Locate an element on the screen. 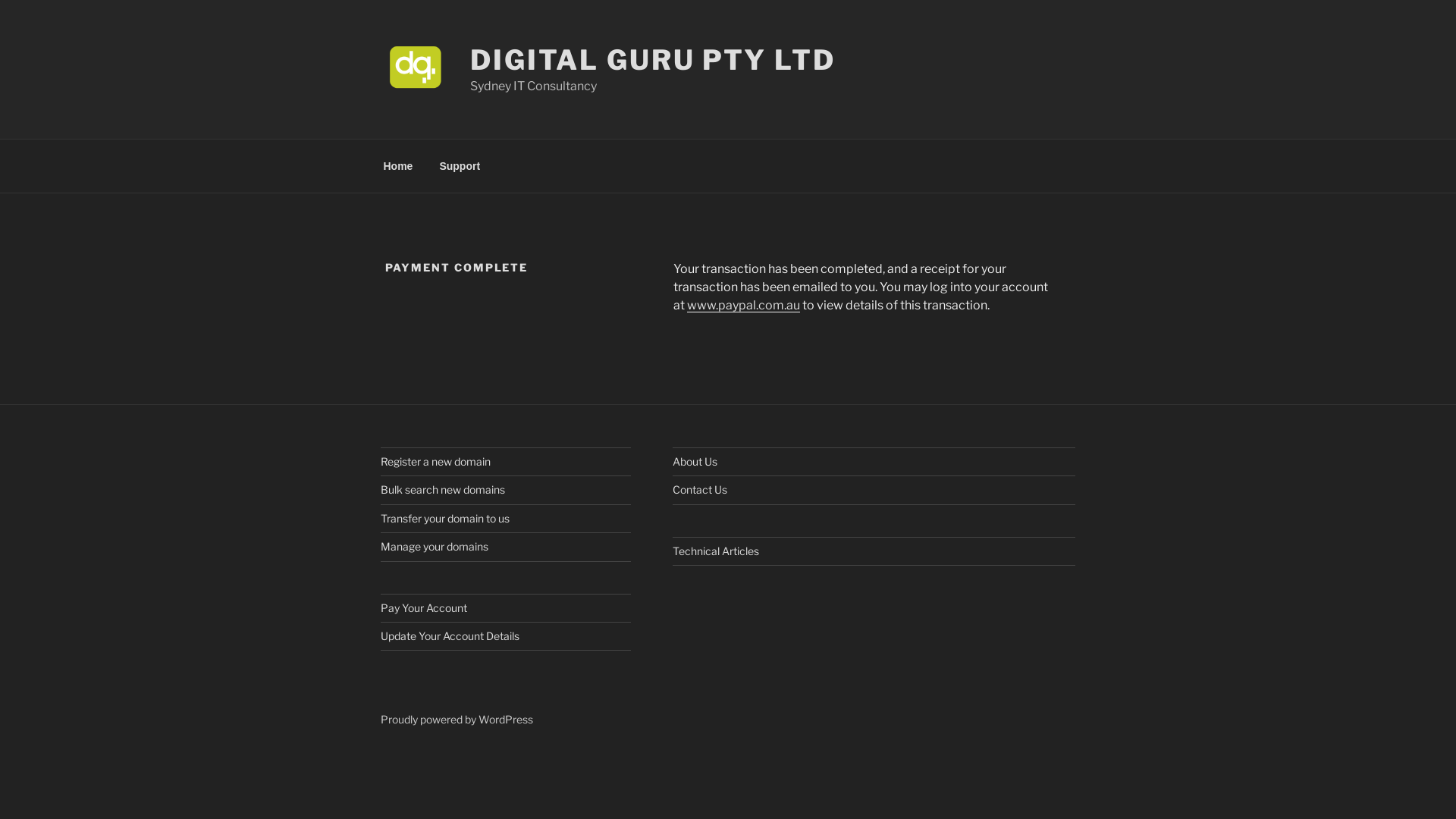 This screenshot has width=1456, height=819. 'Register a new domain' is located at coordinates (381, 460).